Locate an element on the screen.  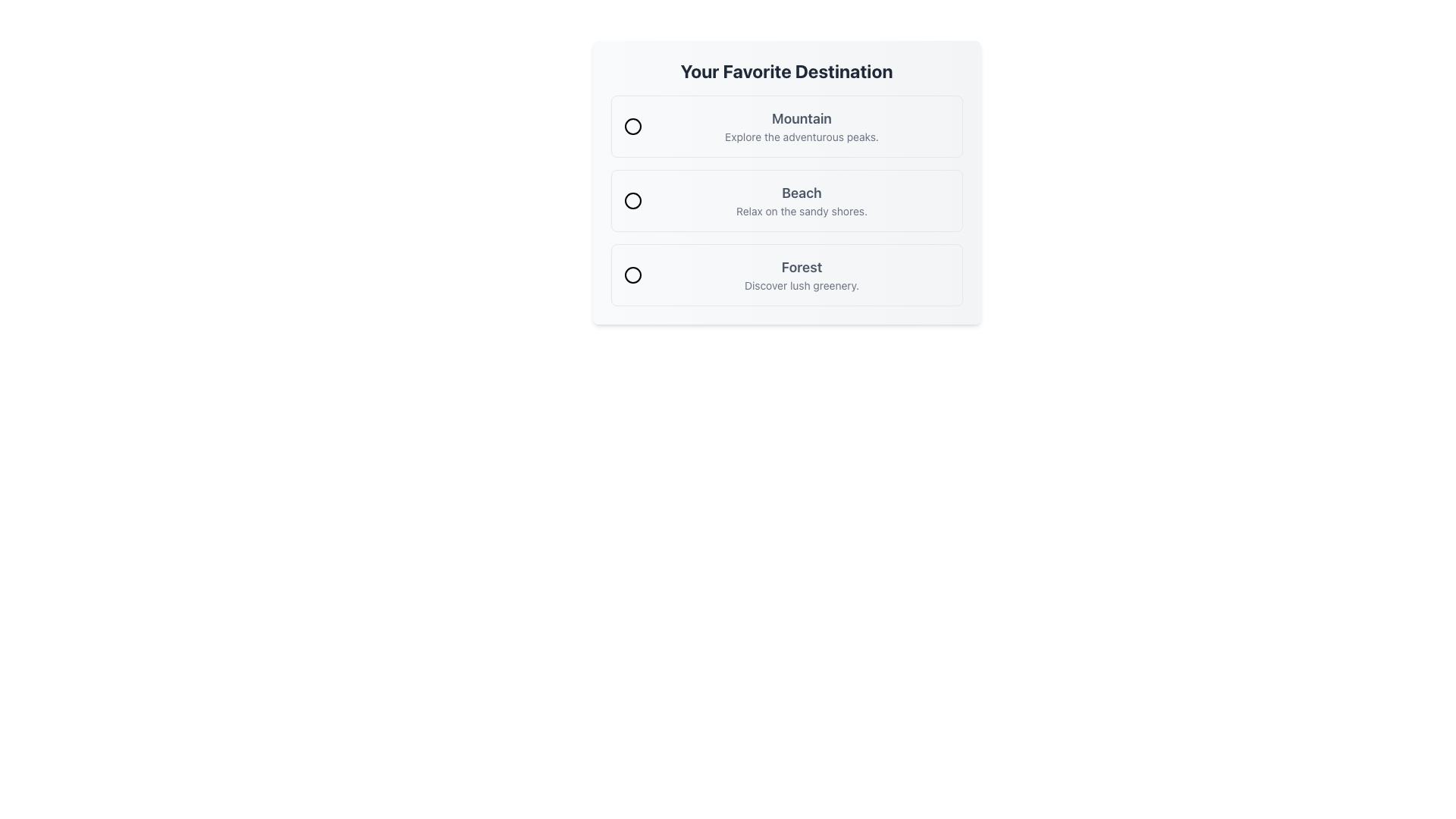
the radio button for the 'Forest' option, which is a circular icon with a thick border and a filled center, positioned at the start of the 'Forest' option in the preference selection card is located at coordinates (632, 275).